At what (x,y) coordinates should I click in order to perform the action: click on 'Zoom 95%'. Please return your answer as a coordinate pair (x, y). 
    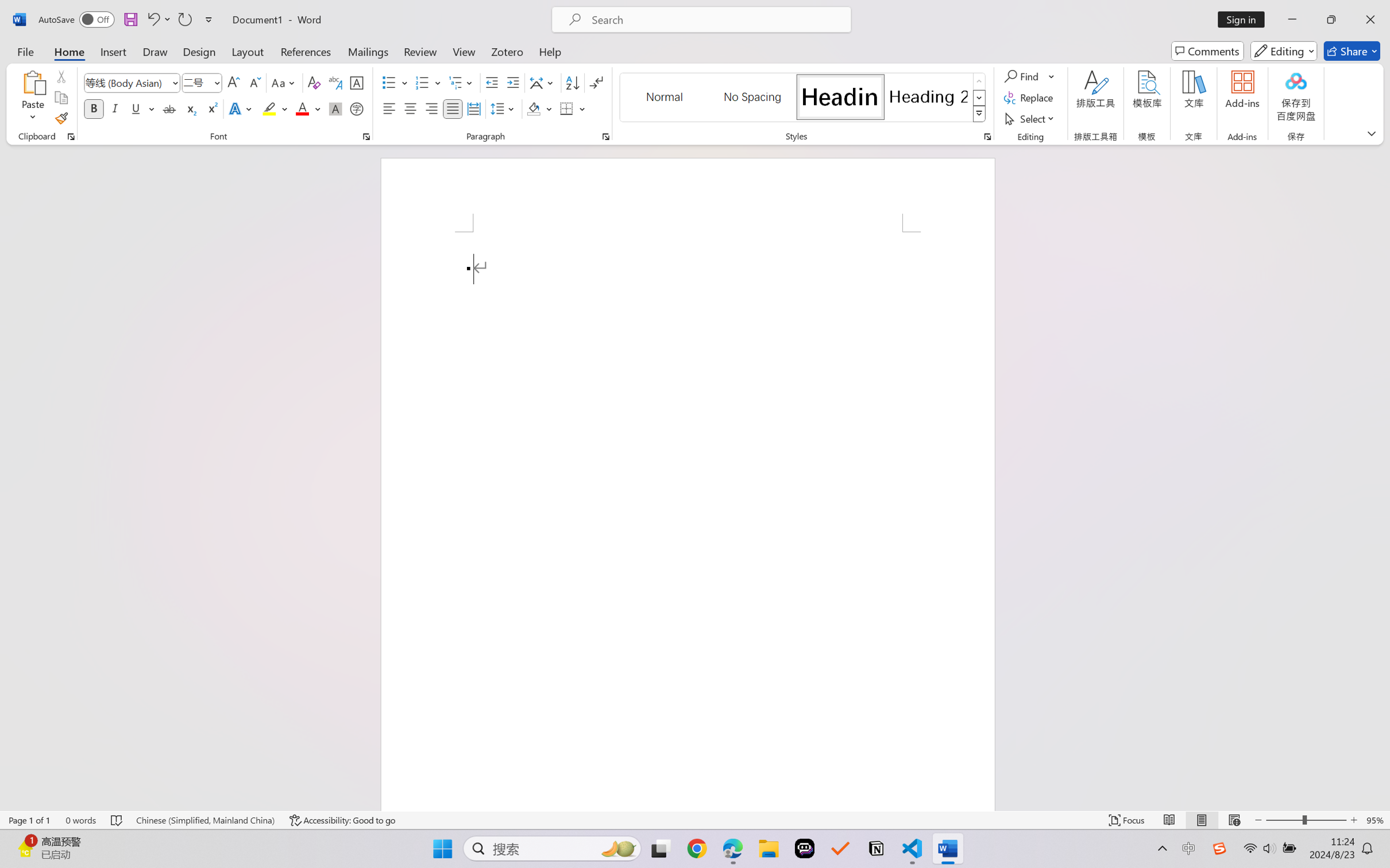
    Looking at the image, I should click on (1375, 820).